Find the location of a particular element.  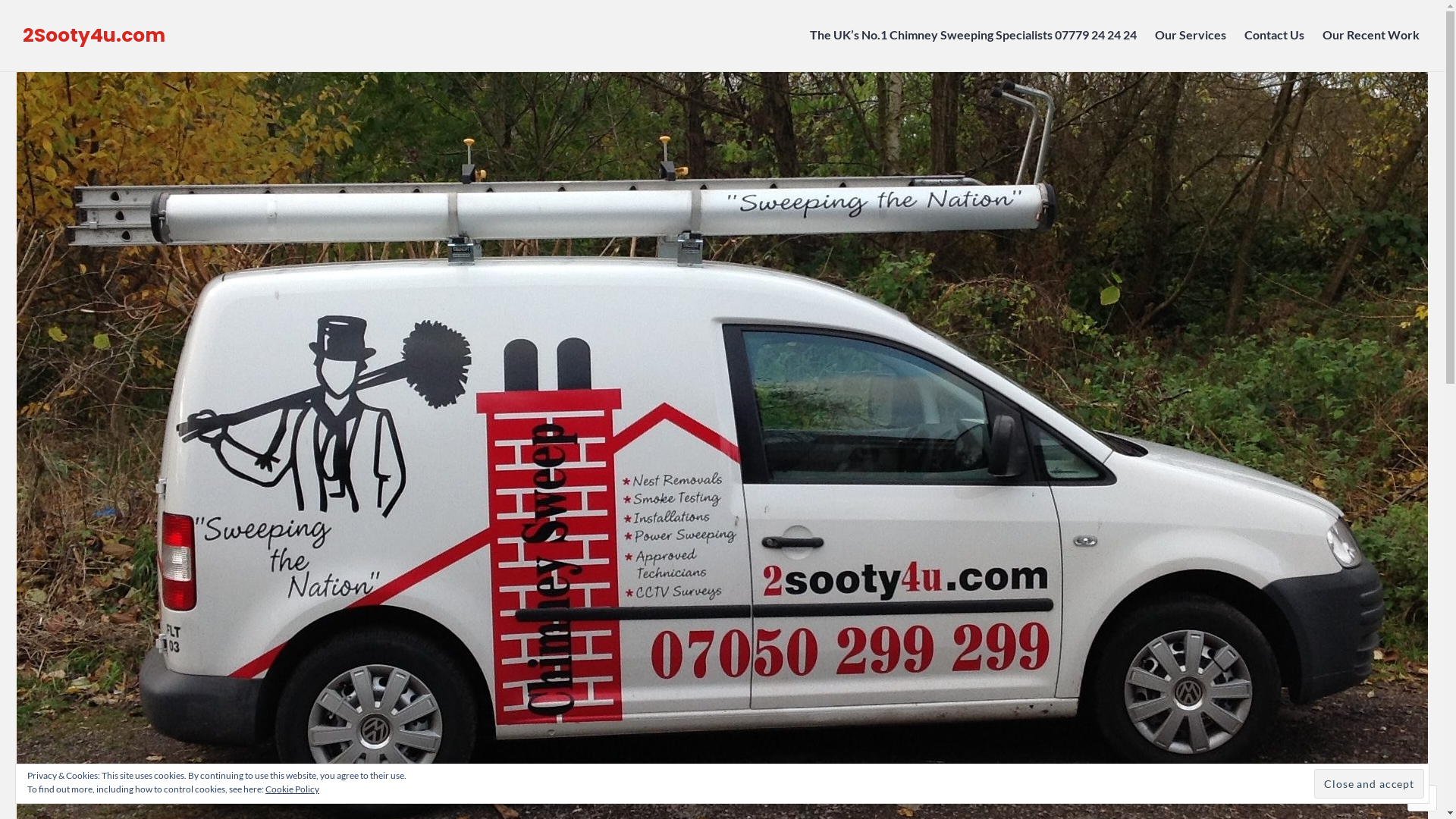

'Close and accept' is located at coordinates (1369, 783).